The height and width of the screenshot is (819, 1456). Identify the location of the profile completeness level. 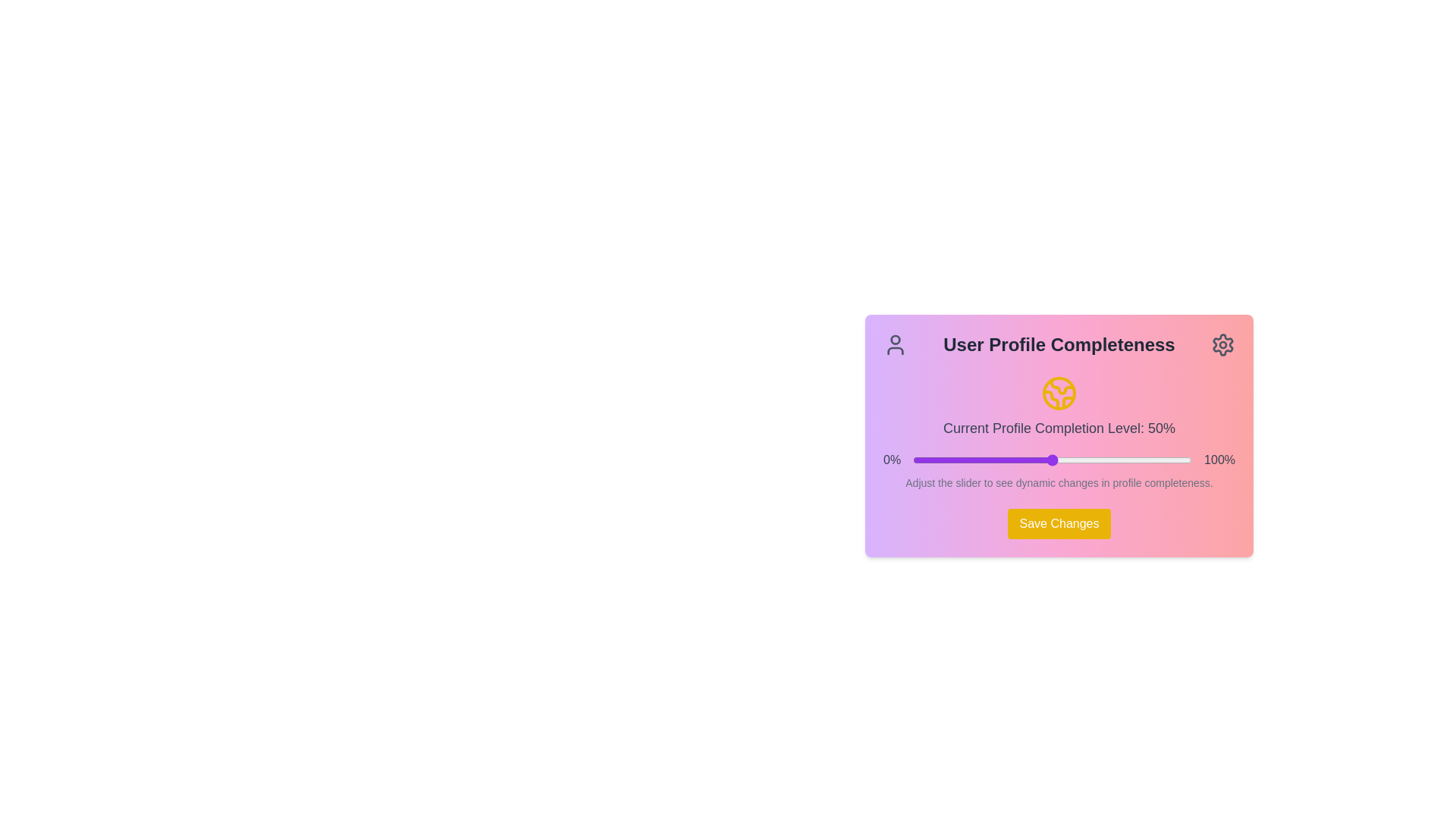
(940, 459).